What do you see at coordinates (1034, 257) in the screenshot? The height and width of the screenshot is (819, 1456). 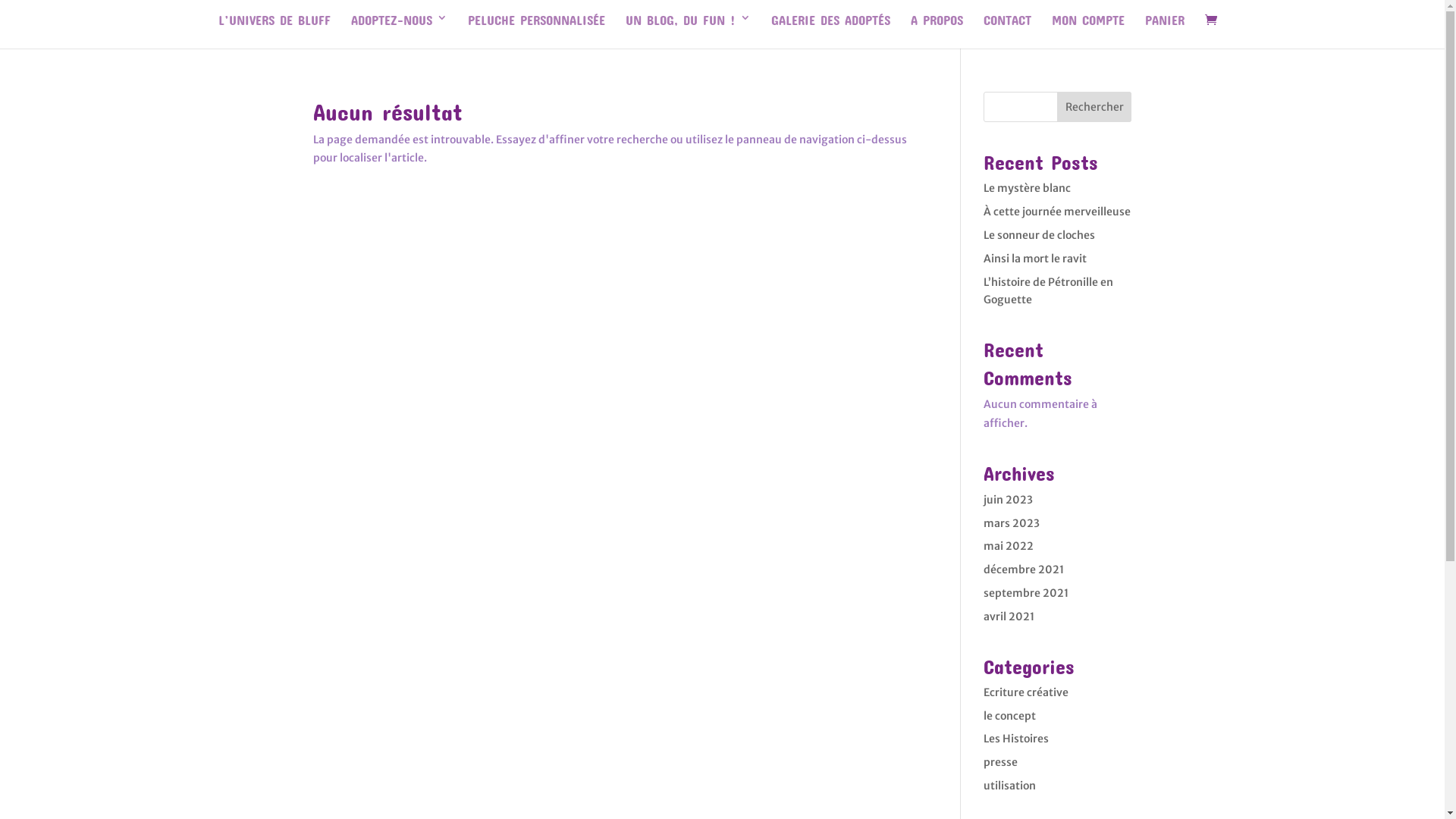 I see `'Ainsi la mort le ravit'` at bounding box center [1034, 257].